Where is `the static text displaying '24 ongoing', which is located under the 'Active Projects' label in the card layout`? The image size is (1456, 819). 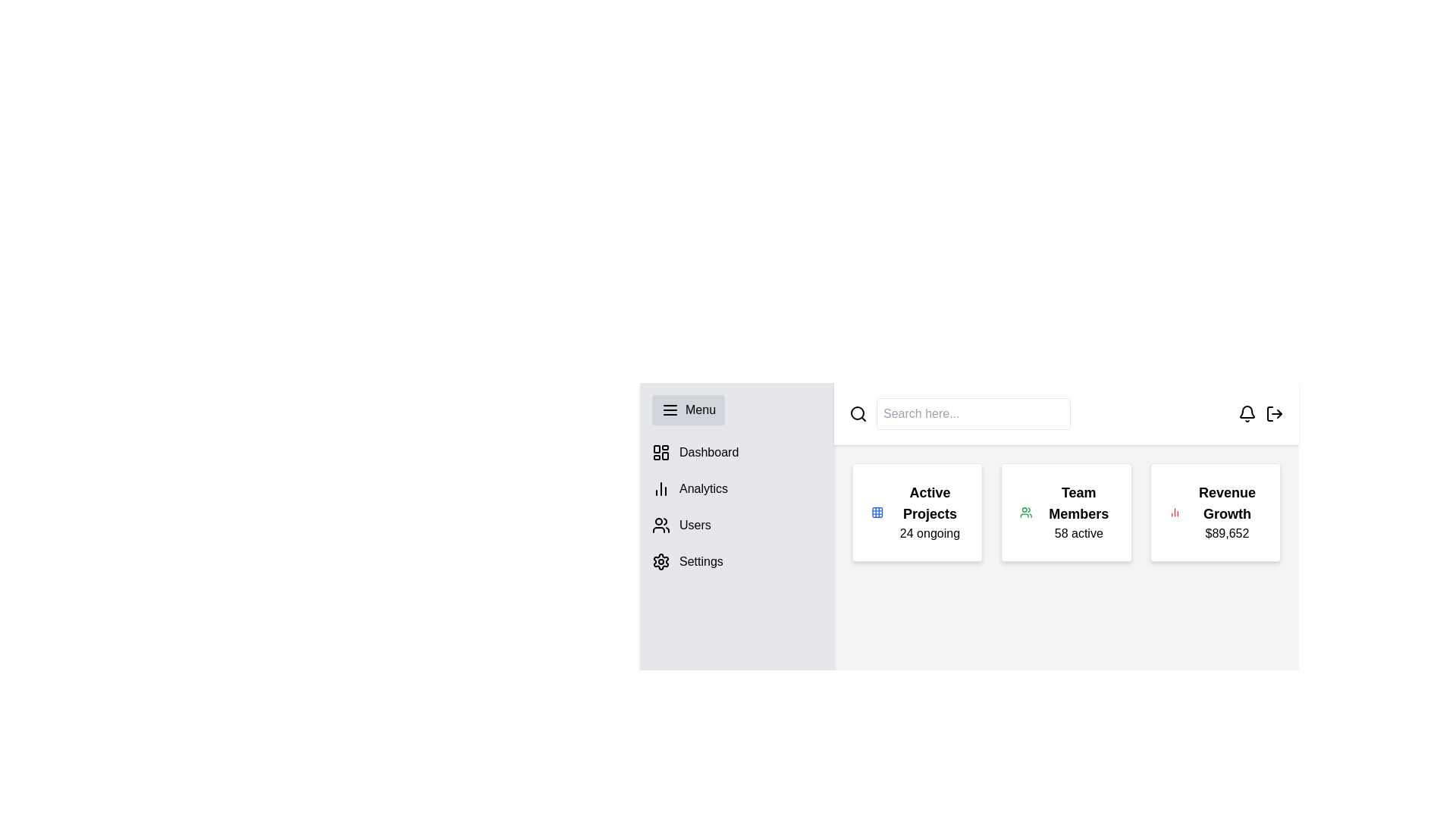
the static text displaying '24 ongoing', which is located under the 'Active Projects' label in the card layout is located at coordinates (929, 533).